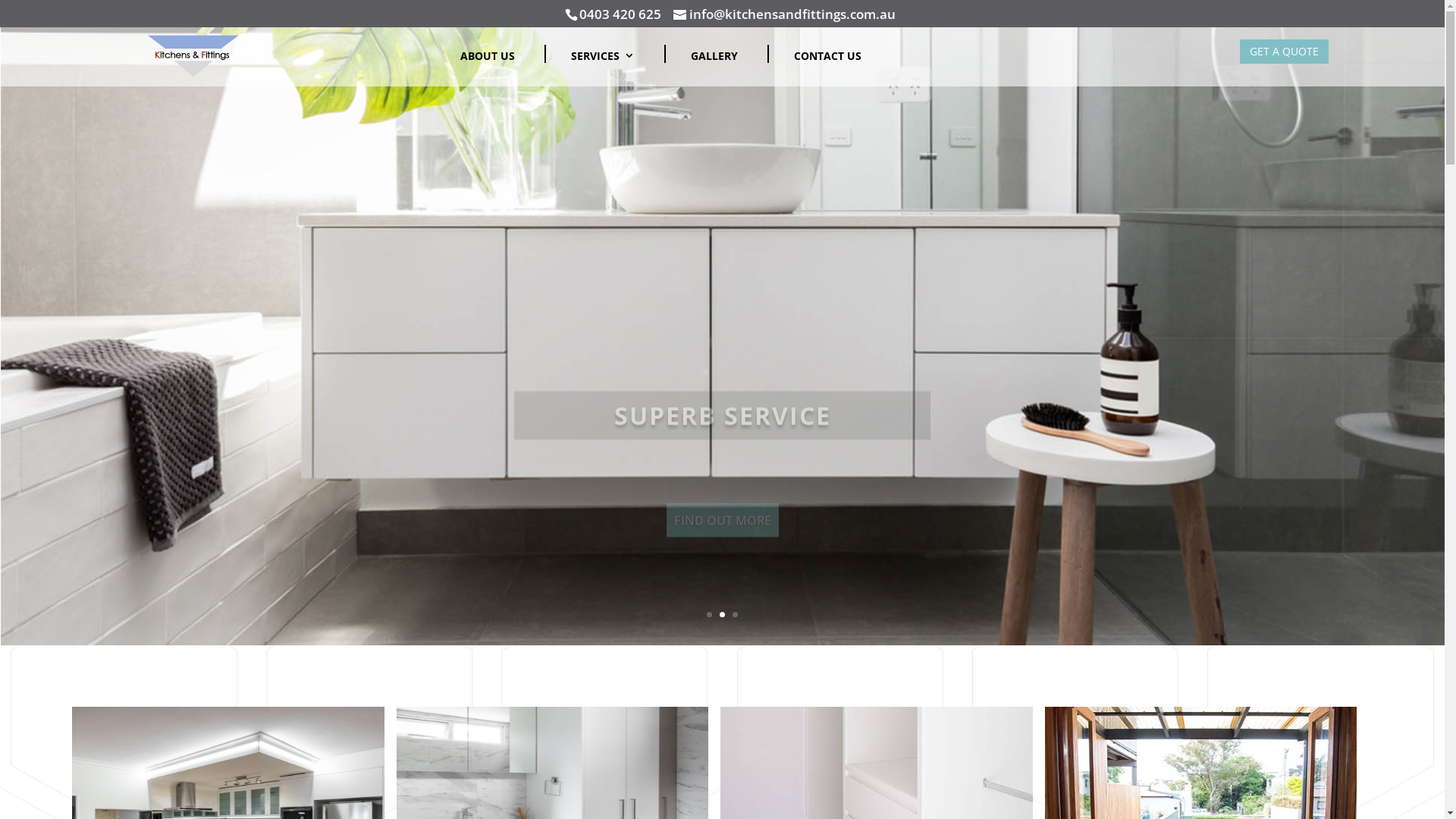  I want to click on 'info@kitchensandfittings.com.au', so click(784, 15).